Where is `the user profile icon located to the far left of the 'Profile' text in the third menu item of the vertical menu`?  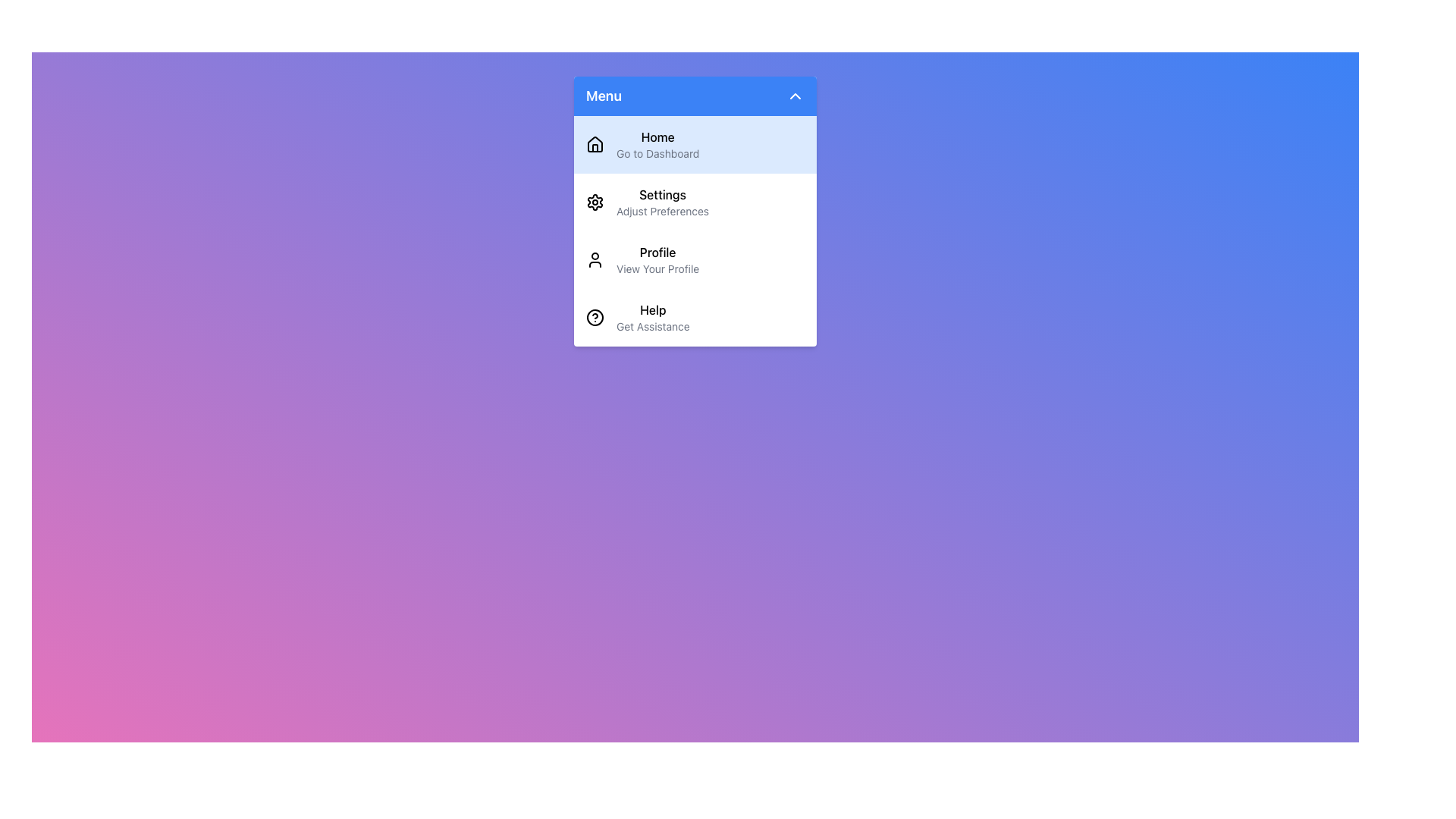 the user profile icon located to the far left of the 'Profile' text in the third menu item of the vertical menu is located at coordinates (595, 259).